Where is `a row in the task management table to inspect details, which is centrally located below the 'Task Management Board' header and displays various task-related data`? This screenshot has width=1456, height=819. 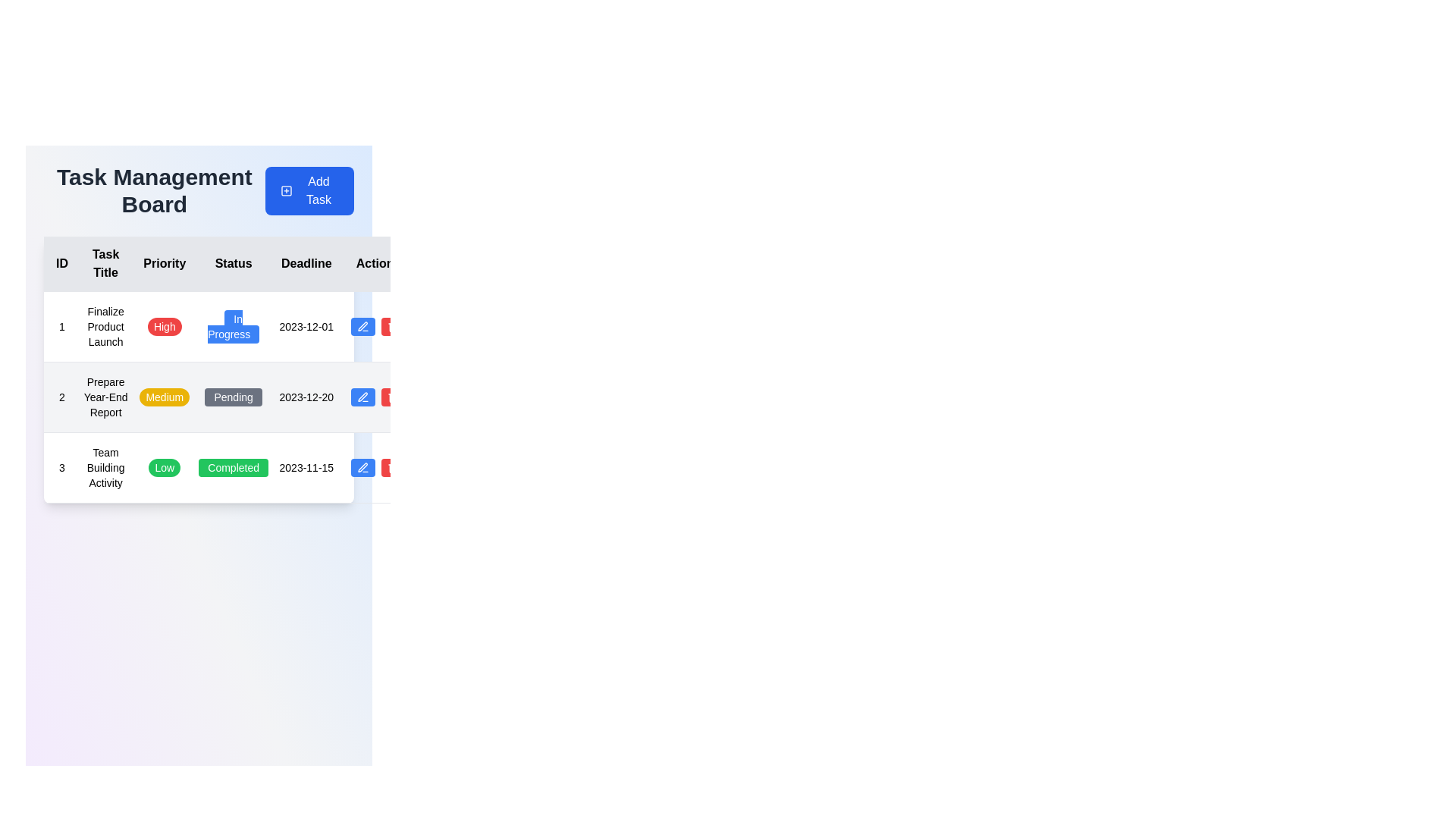
a row in the task management table to inspect details, which is centrally located below the 'Task Management Board' header and displays various task-related data is located at coordinates (227, 370).